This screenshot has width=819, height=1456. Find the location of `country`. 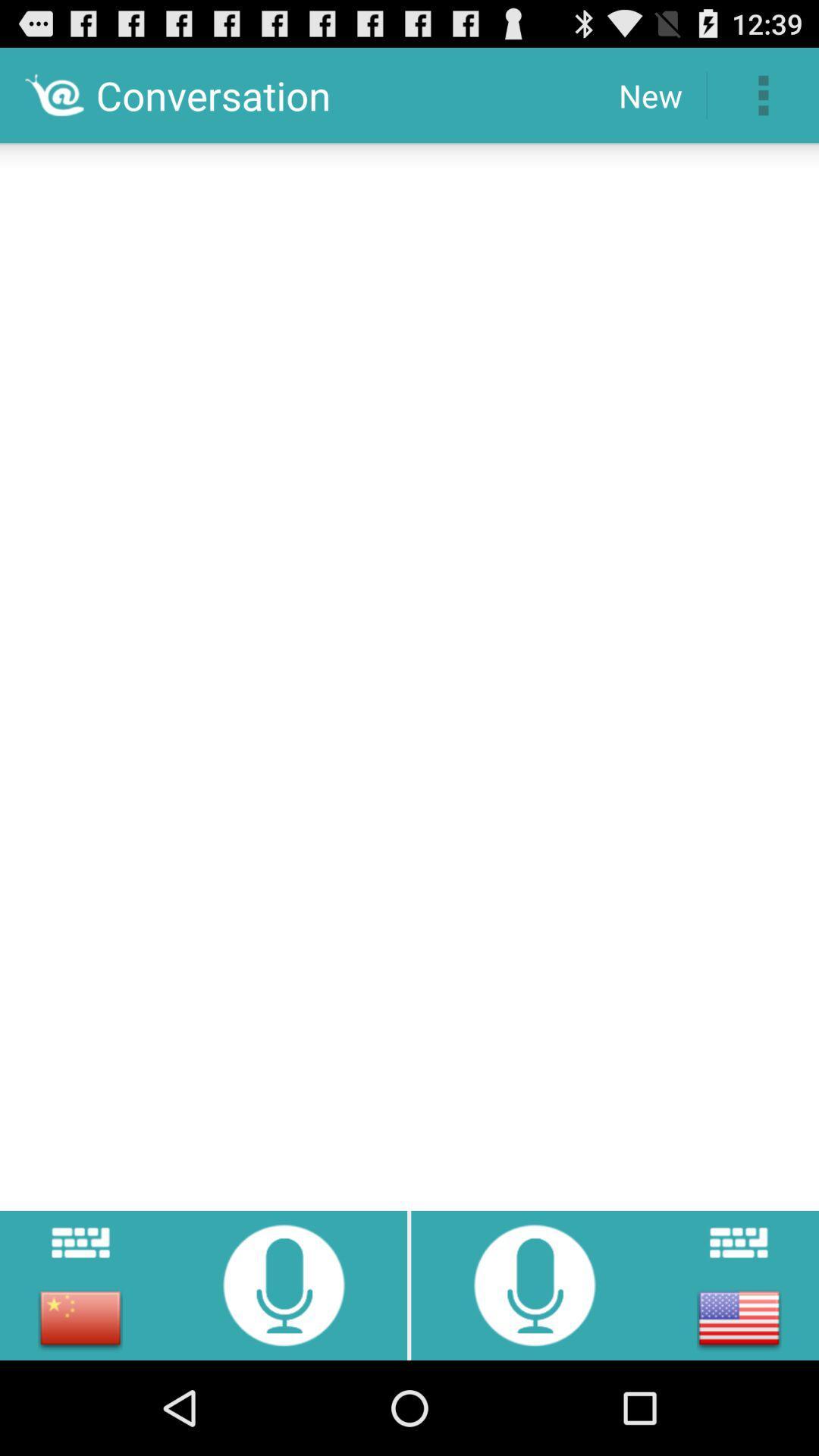

country is located at coordinates (738, 1317).